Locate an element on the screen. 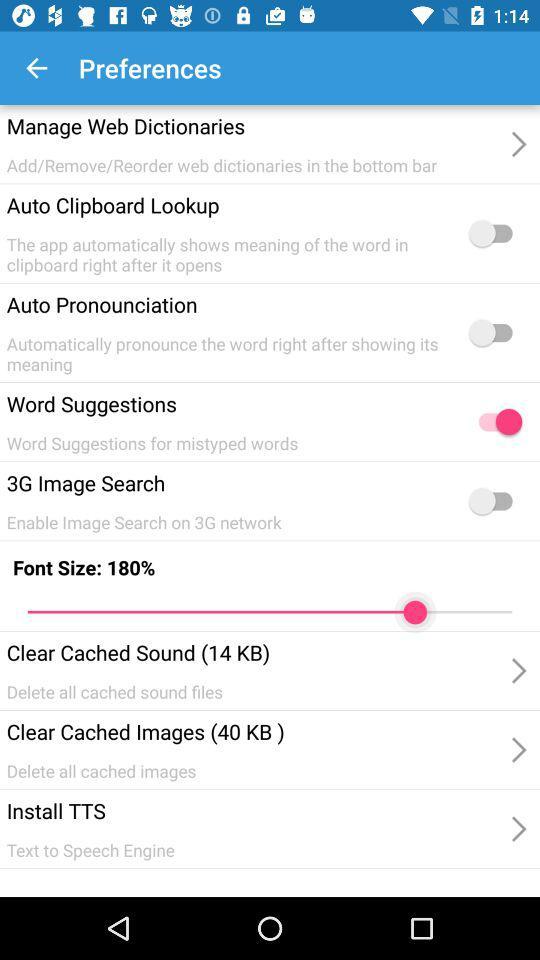 The image size is (540, 960). auto pronounciation is located at coordinates (494, 332).